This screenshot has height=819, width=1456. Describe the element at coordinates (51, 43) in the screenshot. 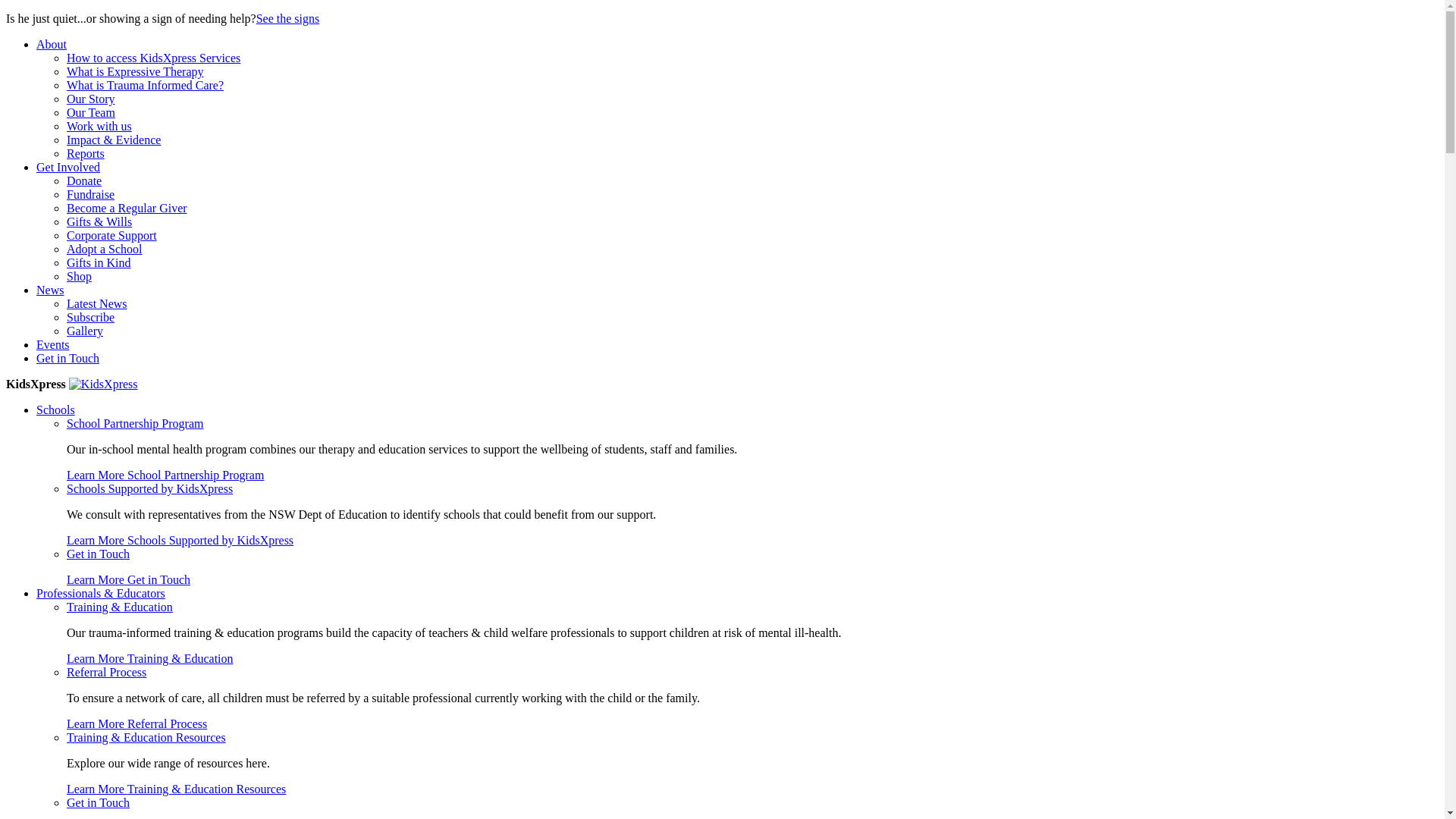

I see `'About'` at that location.